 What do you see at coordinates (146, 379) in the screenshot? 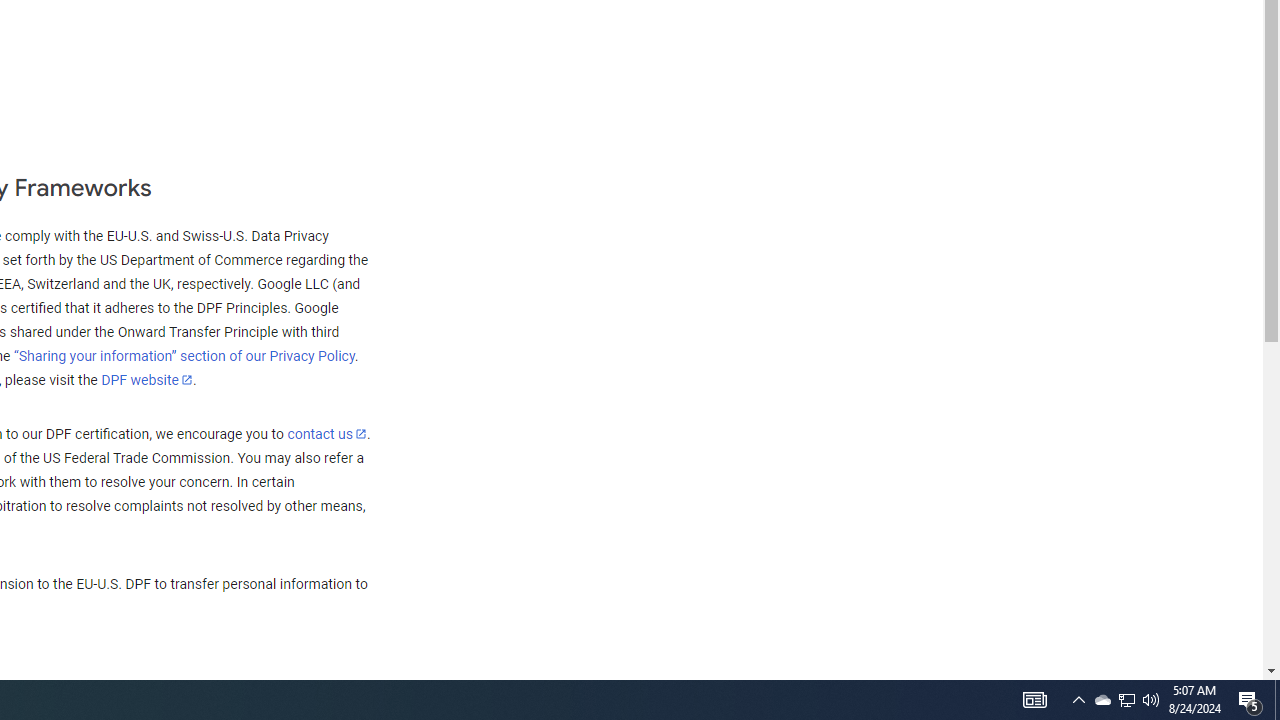
I see `'DPF website'` at bounding box center [146, 379].